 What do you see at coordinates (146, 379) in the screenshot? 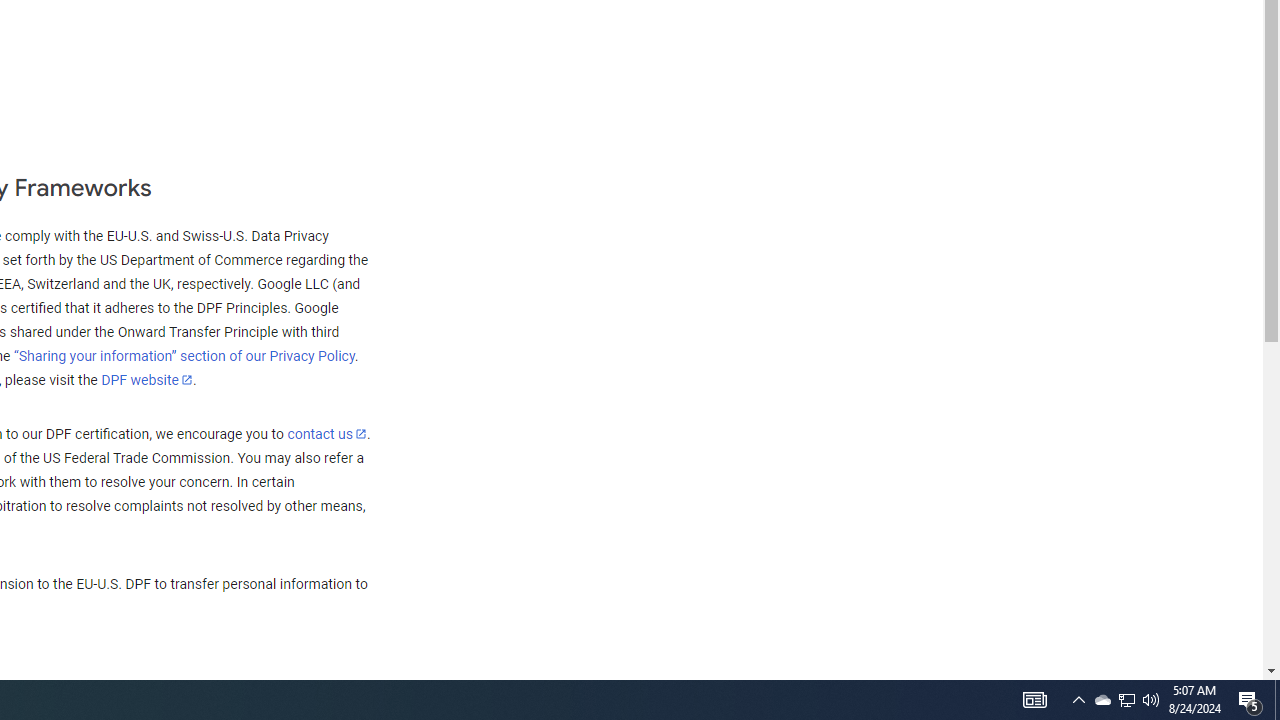
I see `'DPF website'` at bounding box center [146, 379].